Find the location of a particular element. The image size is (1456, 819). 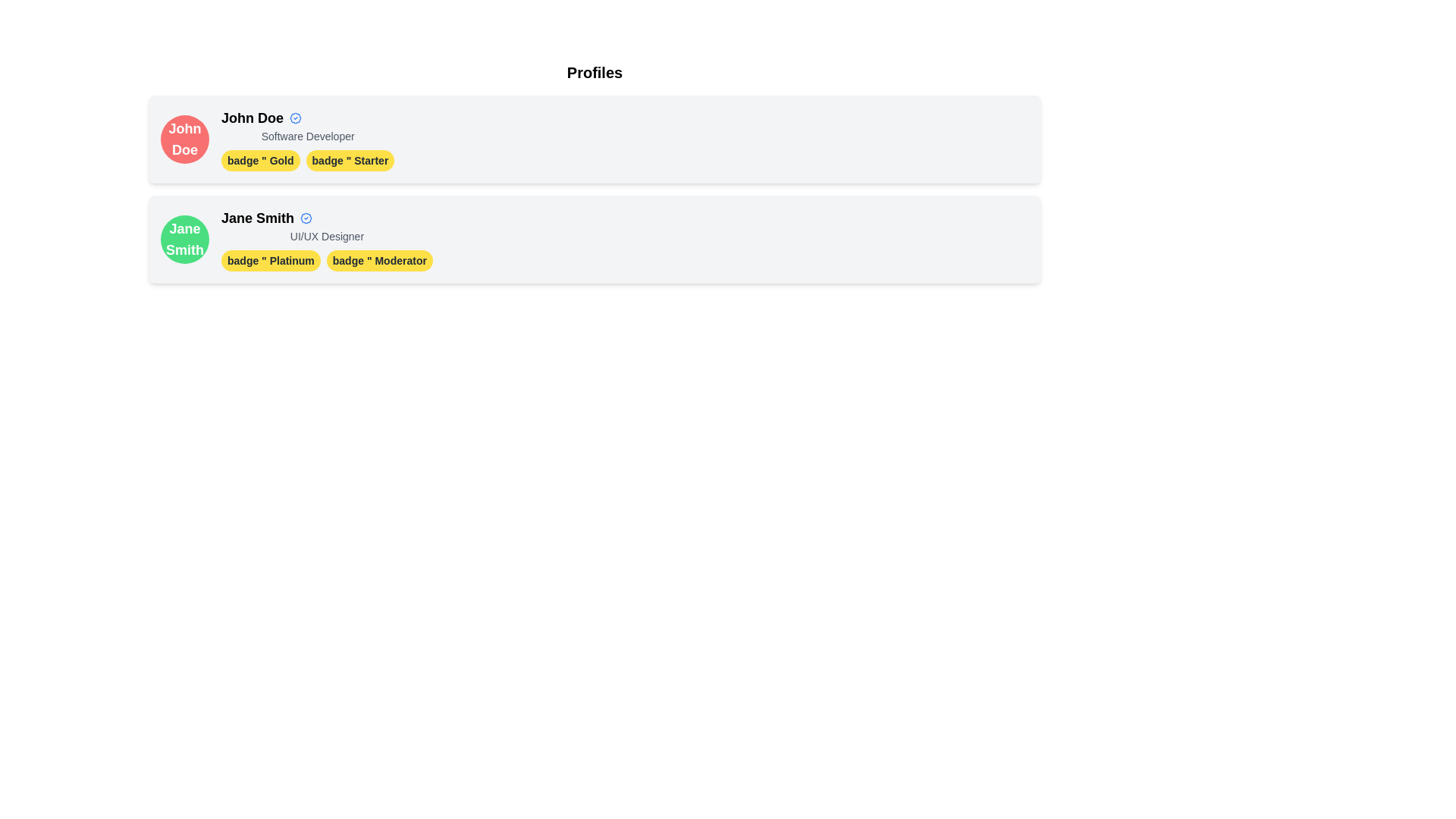

the badge styled with a yellow background and dark text reading 'badge " Starter' located below 'John Doe' in the first profile card is located at coordinates (349, 161).